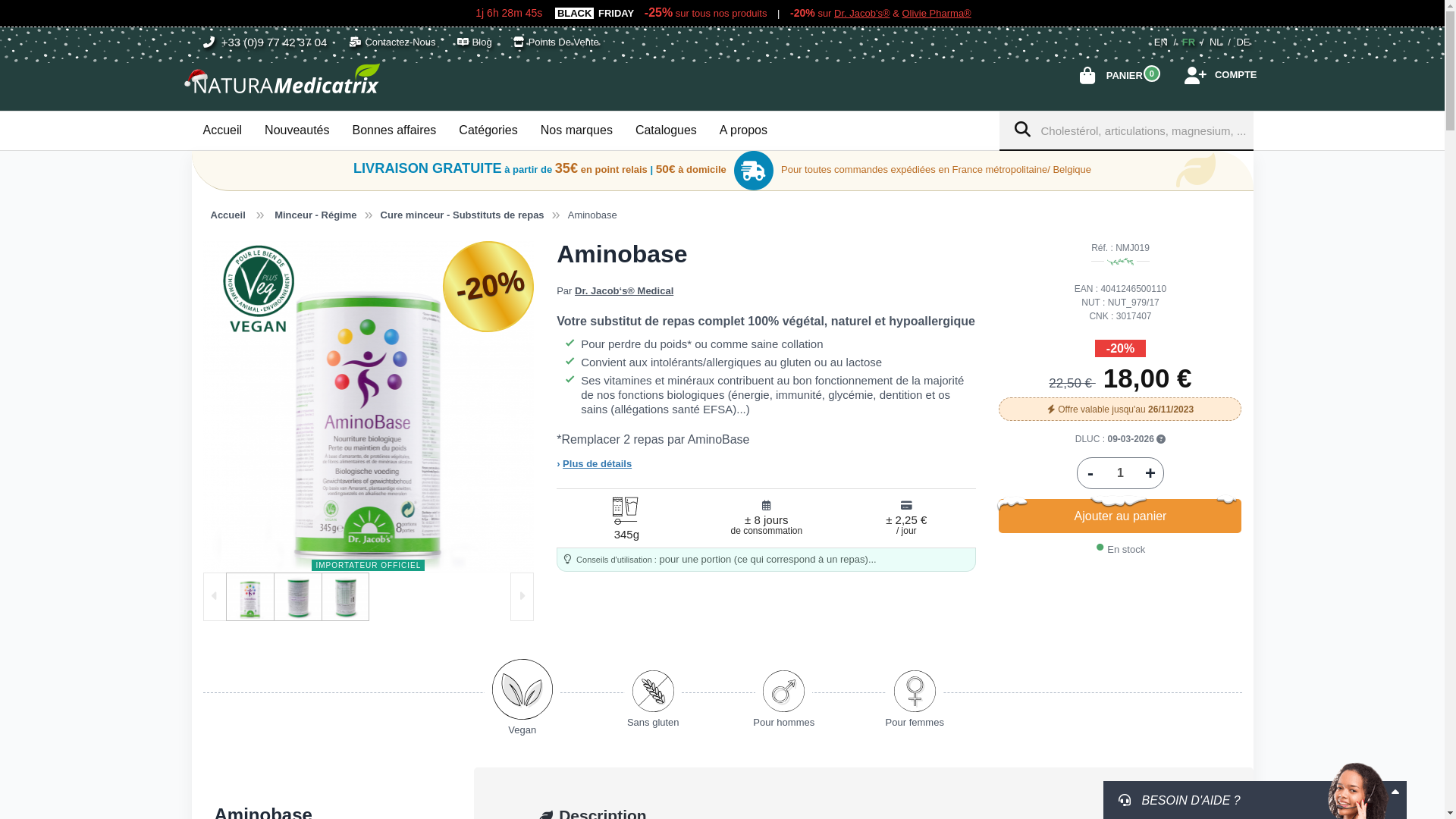 The height and width of the screenshot is (819, 1456). What do you see at coordinates (1207, 75) in the screenshot?
I see `'COMPTE'` at bounding box center [1207, 75].